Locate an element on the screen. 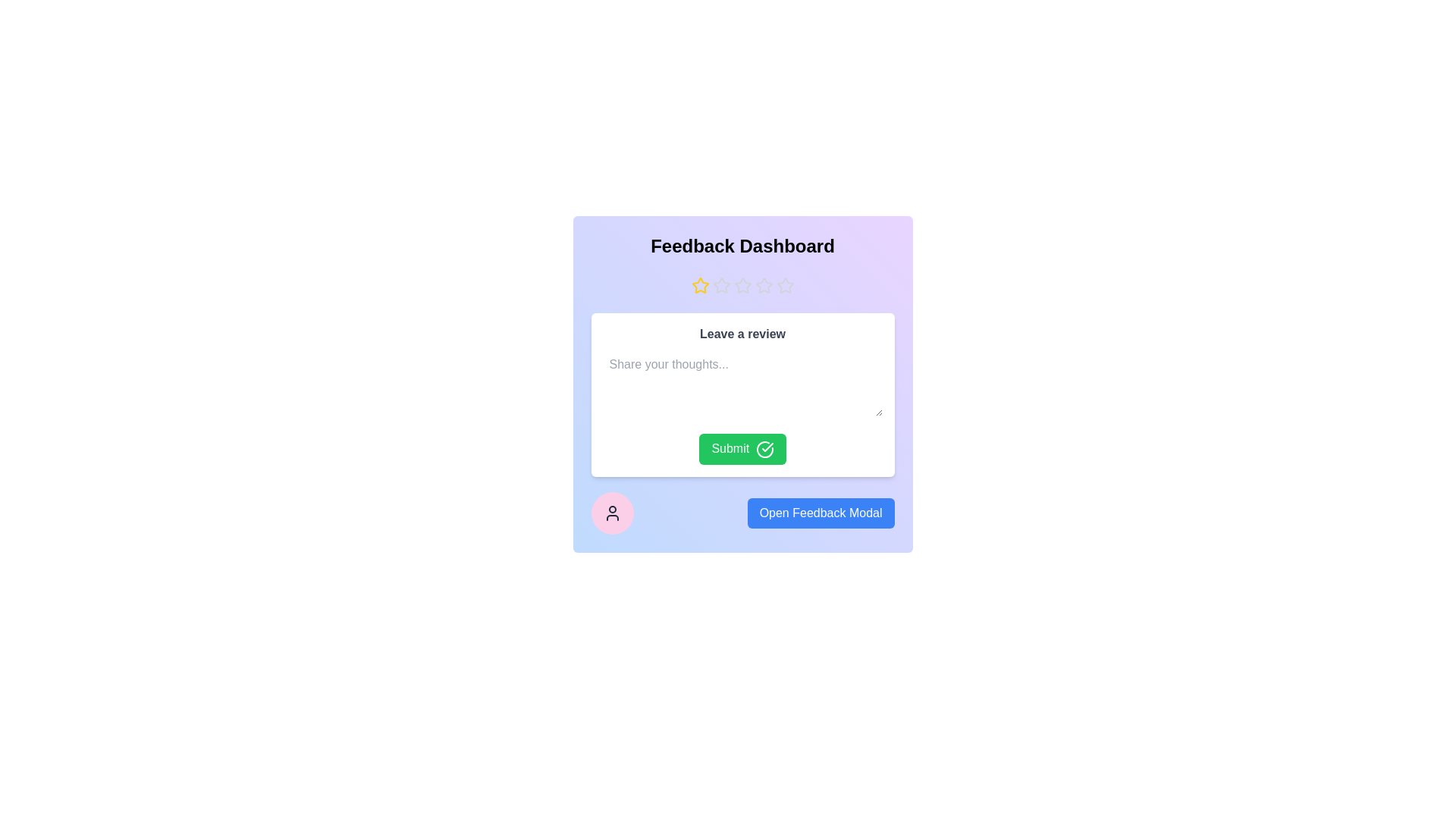  the green rectangular 'Submit' button with rounded corners and a checkmark icon is located at coordinates (742, 448).